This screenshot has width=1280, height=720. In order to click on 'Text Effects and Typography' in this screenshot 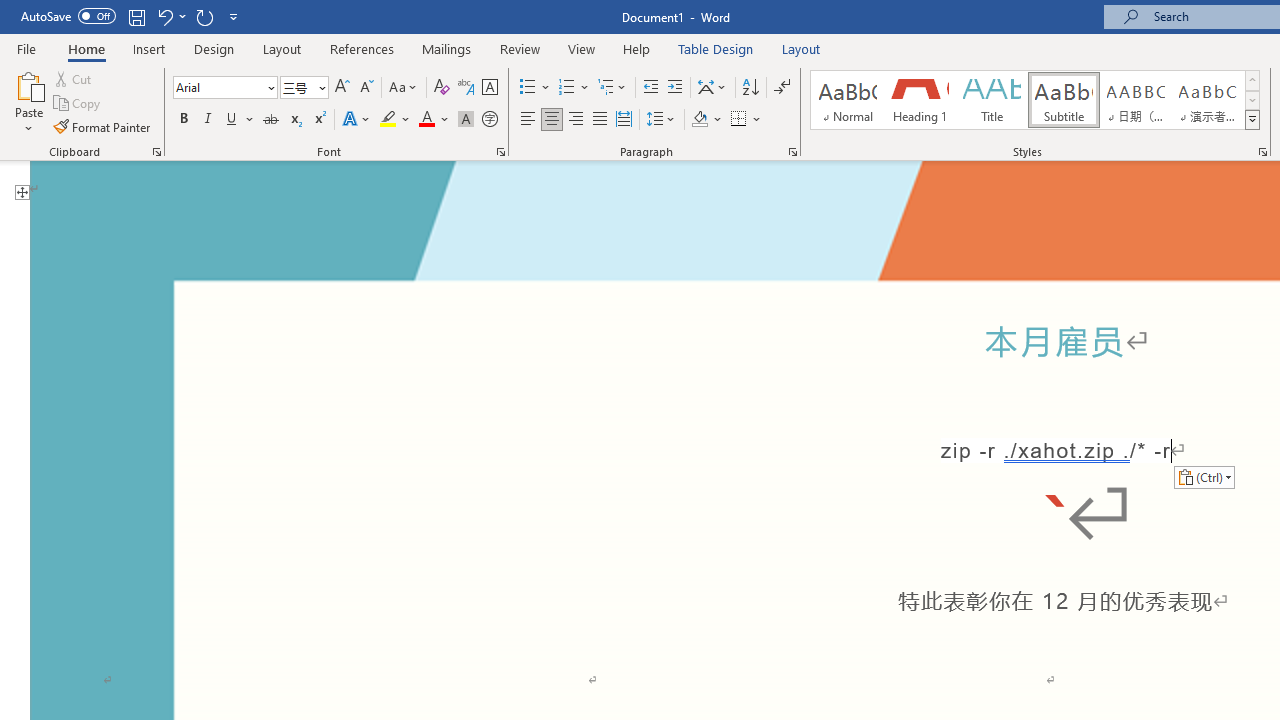, I will do `click(357, 119)`.